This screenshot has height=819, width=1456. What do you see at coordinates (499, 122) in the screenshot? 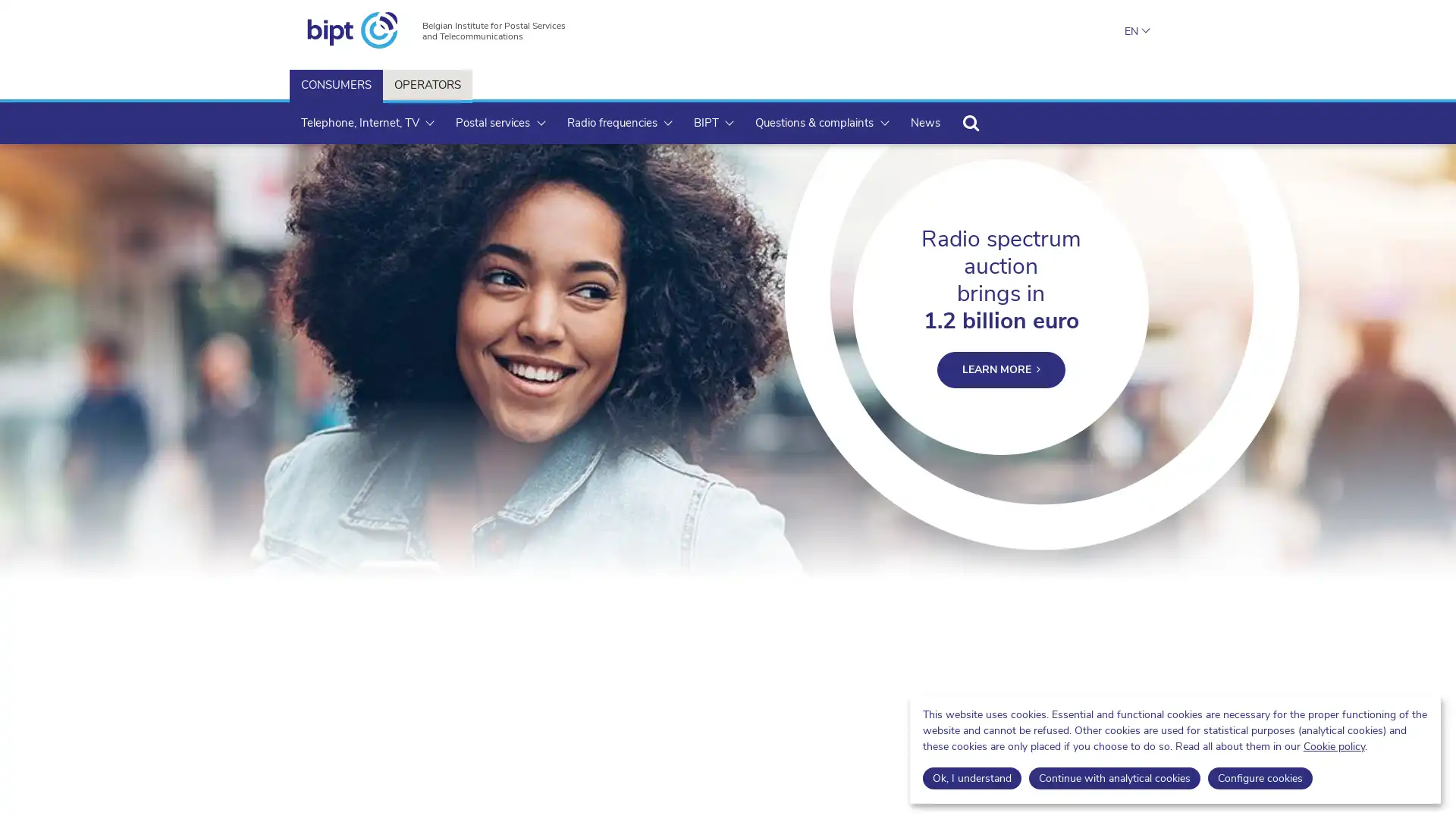
I see `Postal services` at bounding box center [499, 122].